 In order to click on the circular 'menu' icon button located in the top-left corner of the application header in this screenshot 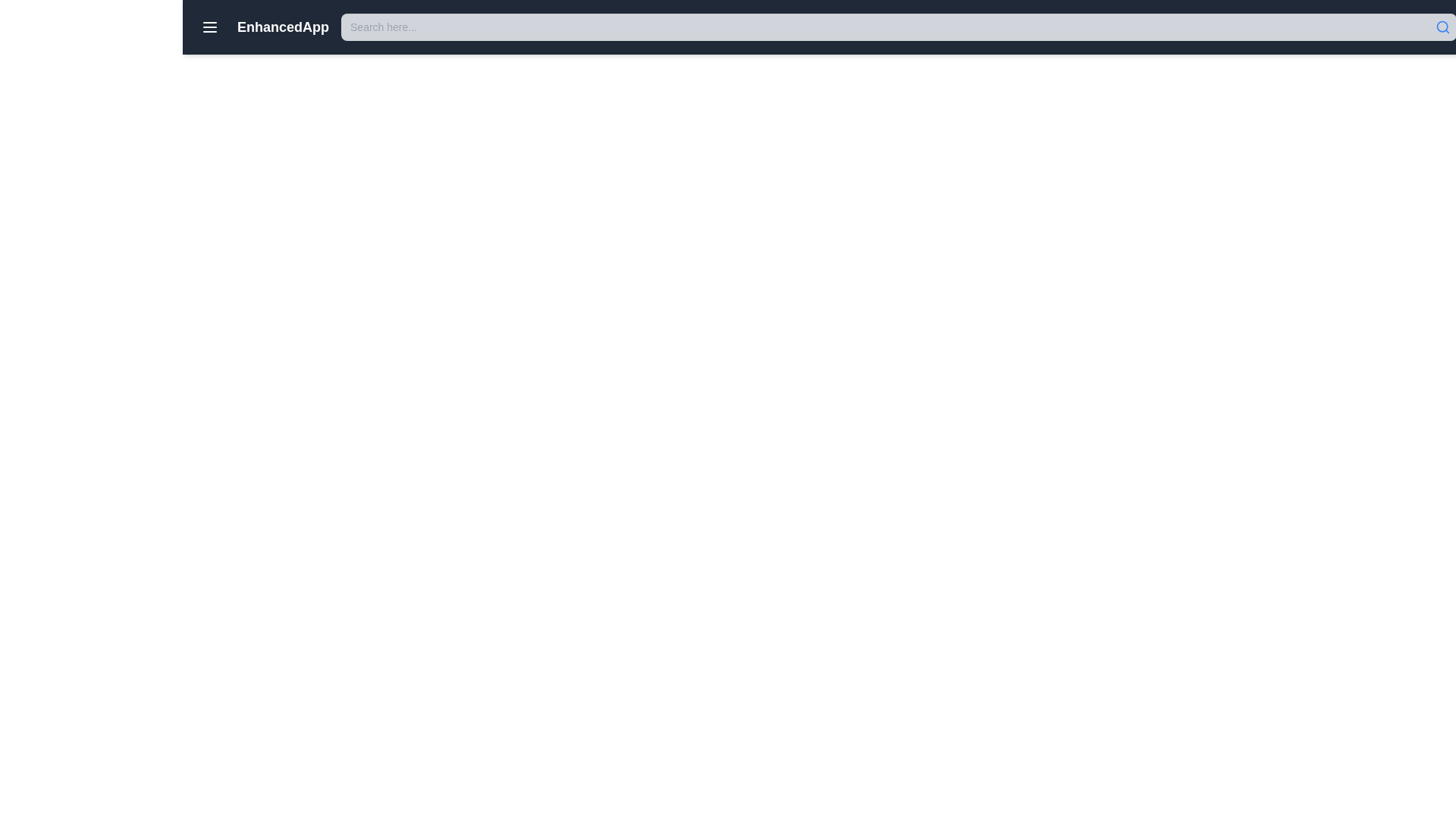, I will do `click(209, 27)`.